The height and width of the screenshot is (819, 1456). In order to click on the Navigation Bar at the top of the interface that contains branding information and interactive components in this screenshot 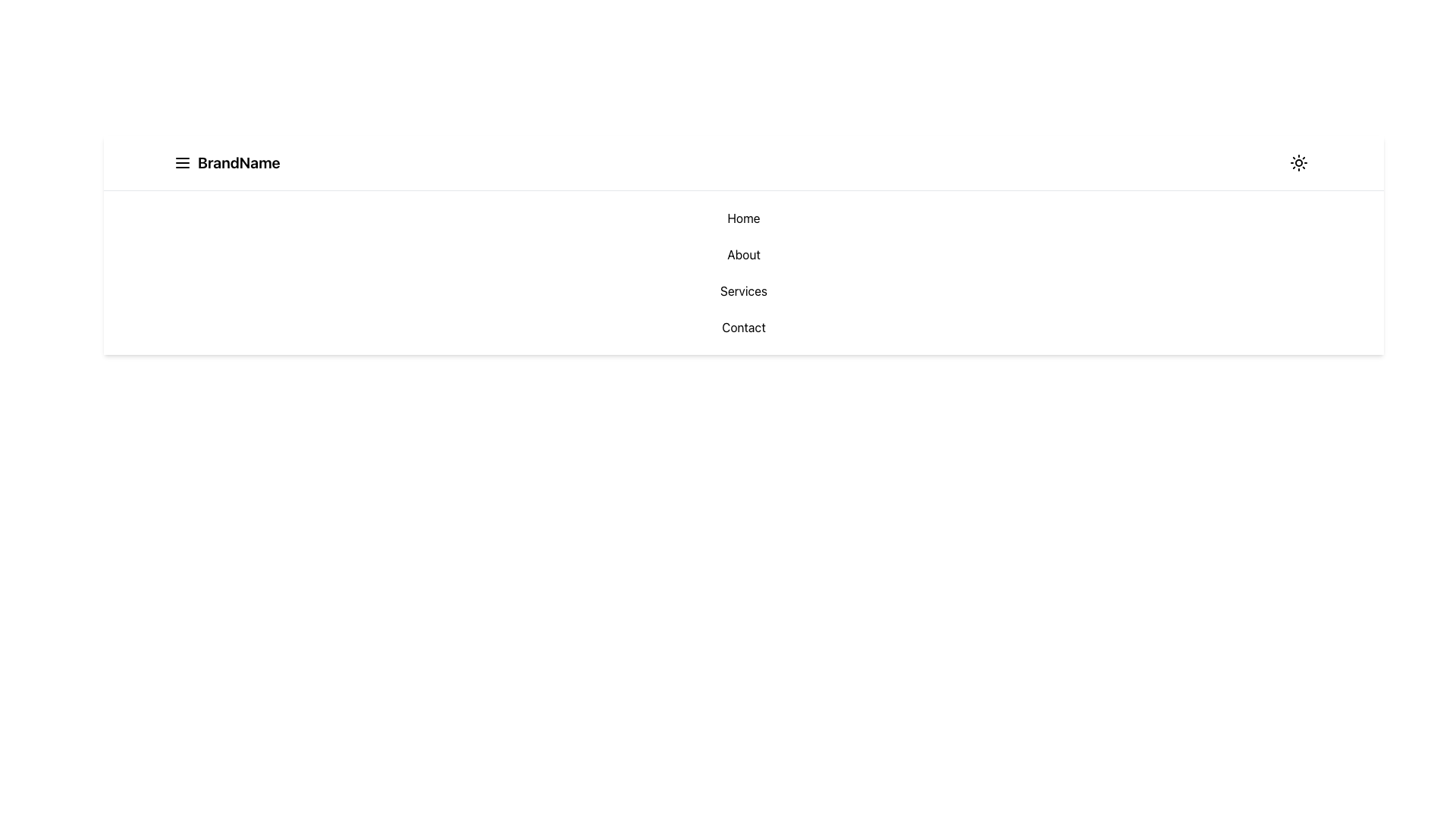, I will do `click(743, 163)`.